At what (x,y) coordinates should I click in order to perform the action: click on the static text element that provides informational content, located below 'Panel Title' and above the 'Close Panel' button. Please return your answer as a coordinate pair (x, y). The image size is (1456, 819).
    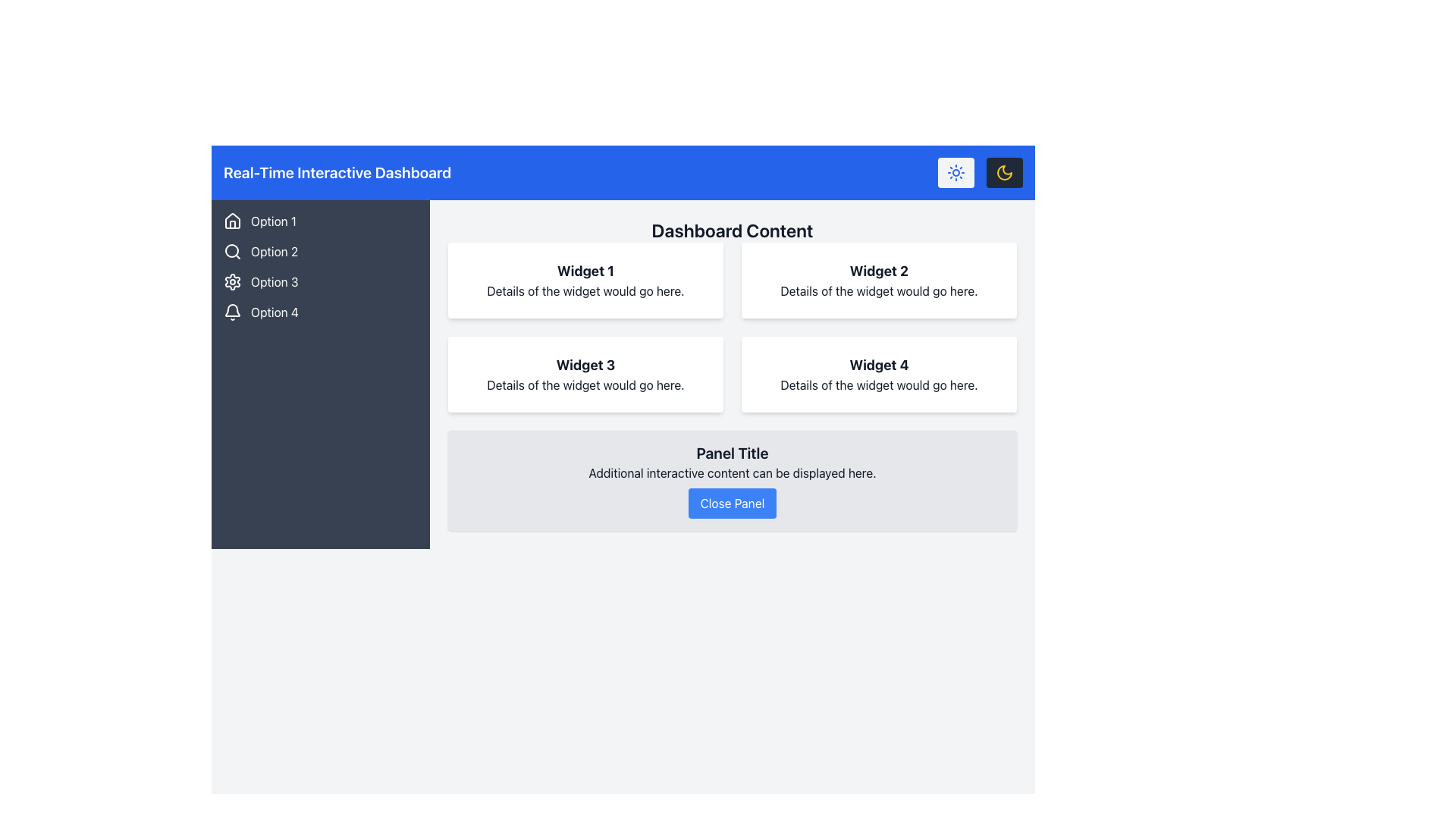
    Looking at the image, I should click on (732, 472).